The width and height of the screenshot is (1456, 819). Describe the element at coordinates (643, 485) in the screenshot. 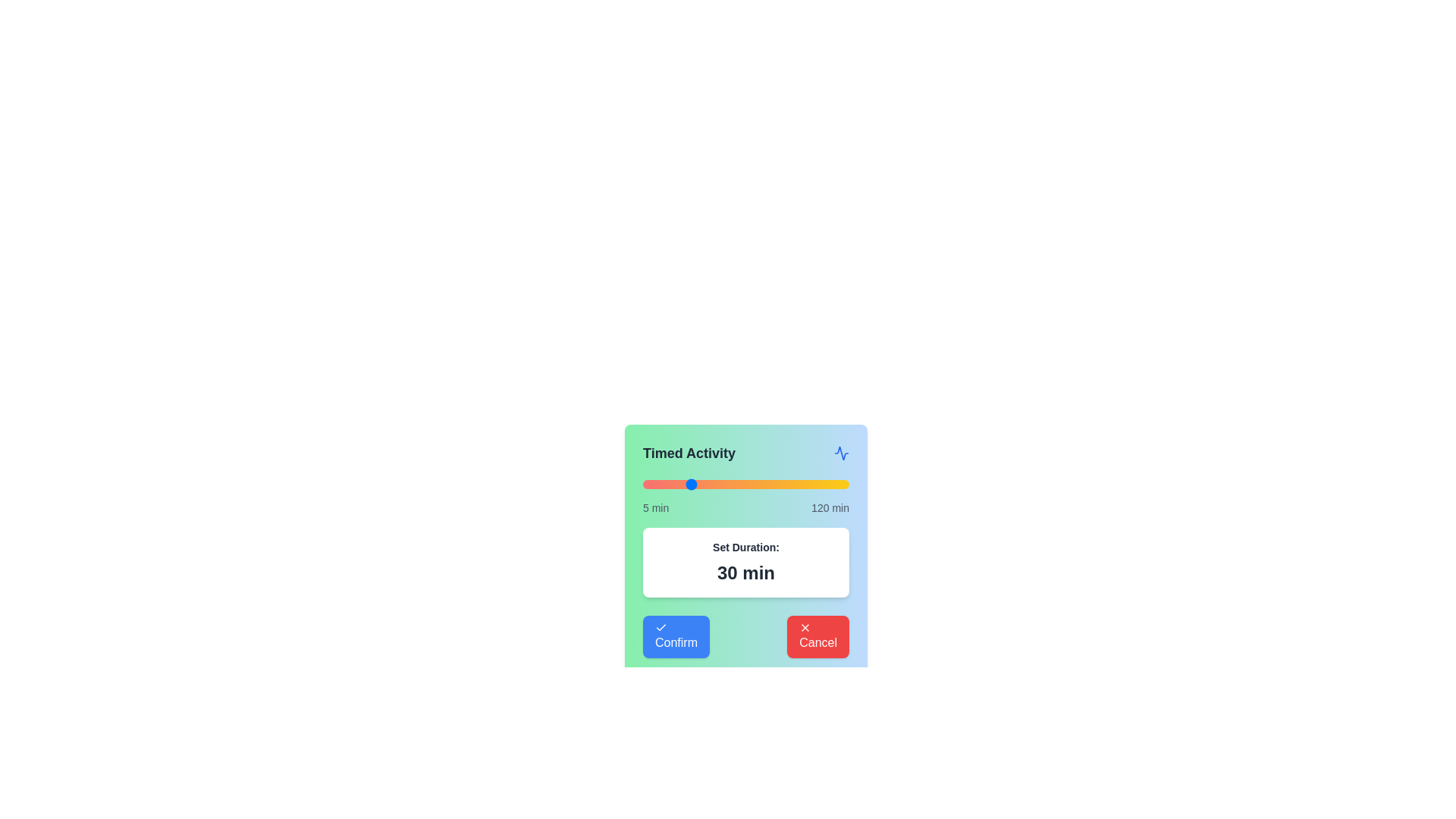

I see `the slider to set the activity duration to 5 minutes` at that location.